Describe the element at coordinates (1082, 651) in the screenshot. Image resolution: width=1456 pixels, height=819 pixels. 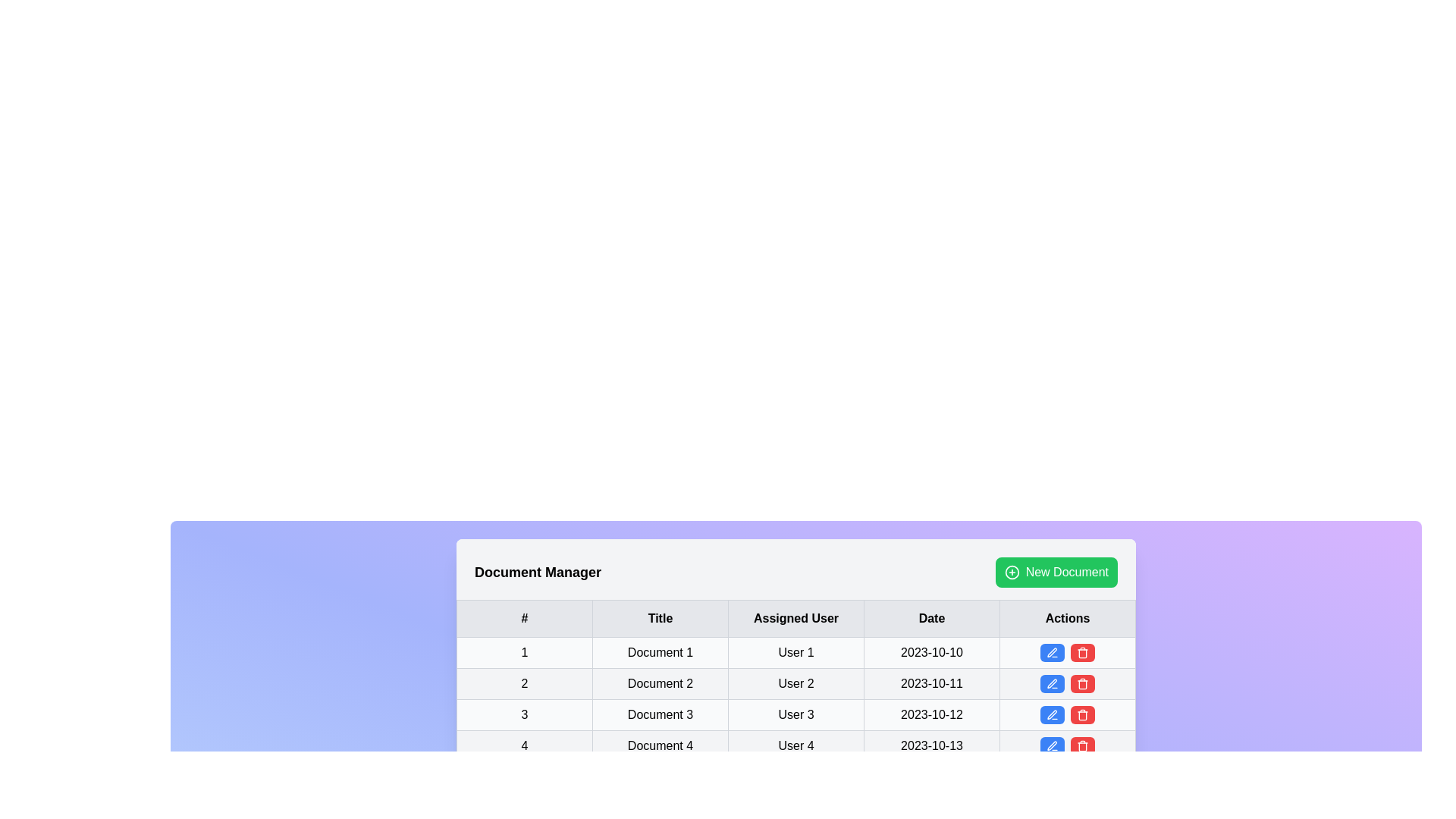
I see `the red delete button with a trash bin icon located in the 'Actions' column of the data table` at that location.